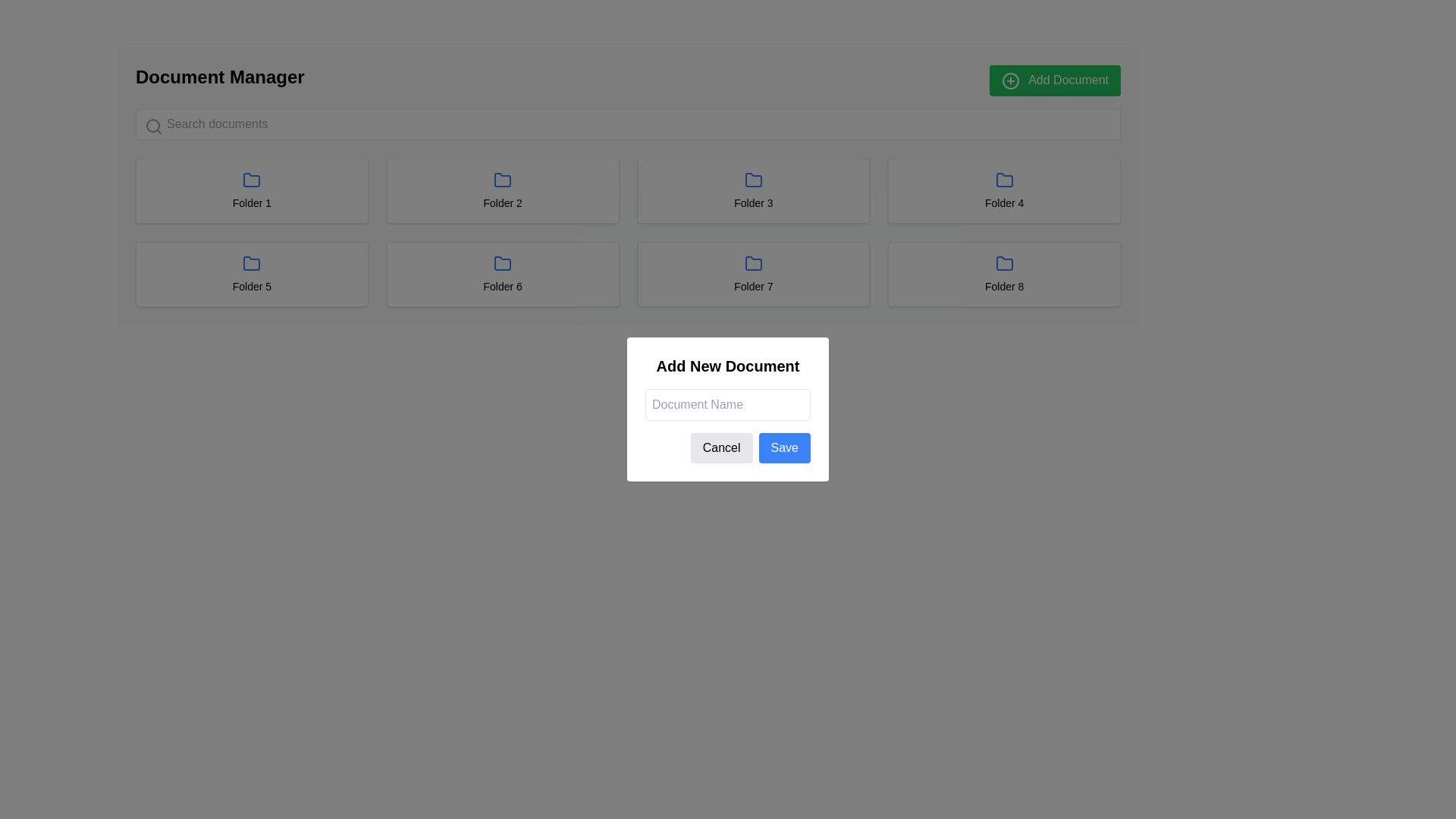  I want to click on the text label displaying 'Folder 8', which is centered below a folder icon in the second row, fourth column of a grid, so click(1004, 286).